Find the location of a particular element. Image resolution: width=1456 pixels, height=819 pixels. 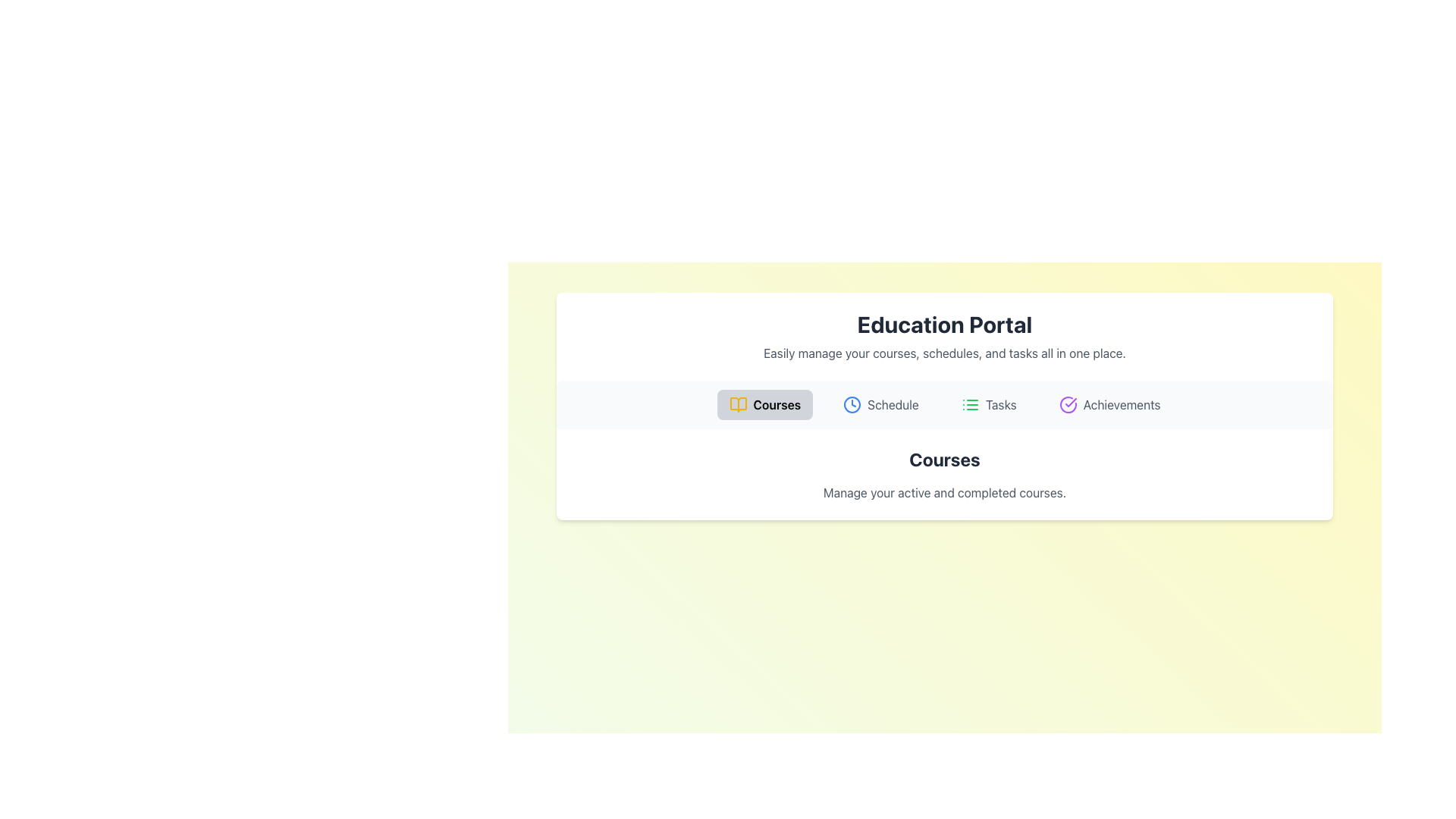

the subtitle text that reads 'Easily manage your courses, schedules, and tasks all in one place.' which is styled in gray on a white background, positioned below the title 'Education Portal' is located at coordinates (944, 353).